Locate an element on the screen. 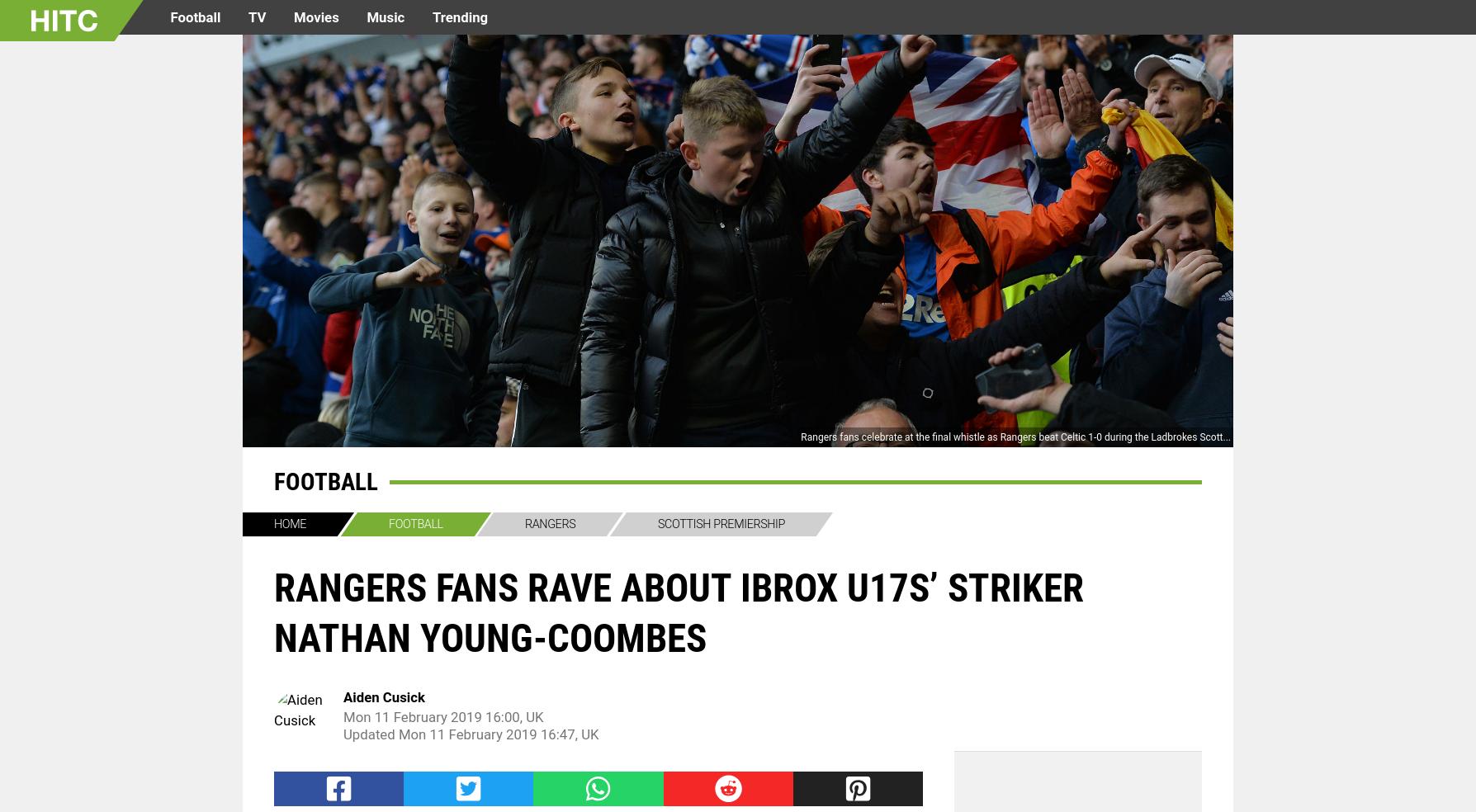  'Rangers fans rave about Ibrox U17s’ striker Nathan Young-Coombes' is located at coordinates (273, 611).